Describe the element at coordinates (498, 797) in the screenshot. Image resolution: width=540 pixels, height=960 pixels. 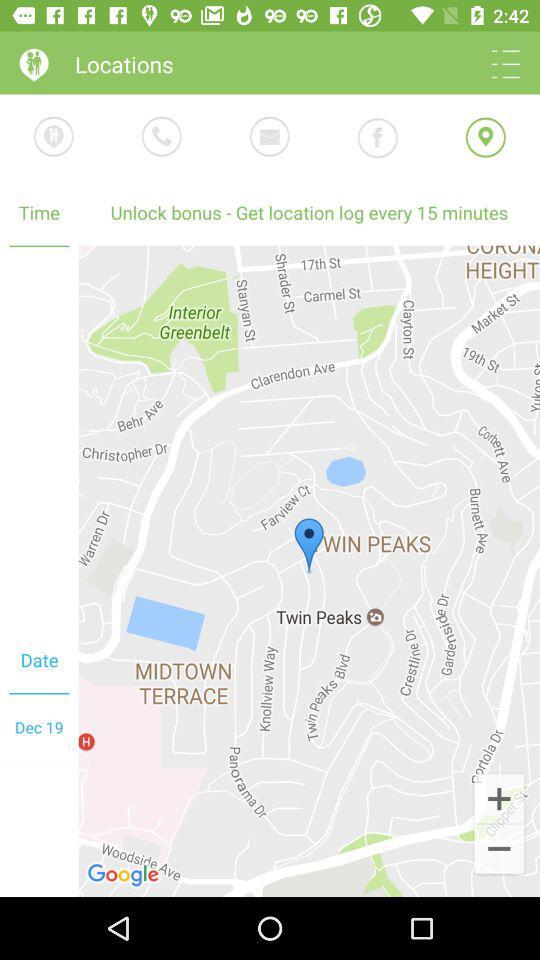
I see `the item below the unlock bonus get item` at that location.